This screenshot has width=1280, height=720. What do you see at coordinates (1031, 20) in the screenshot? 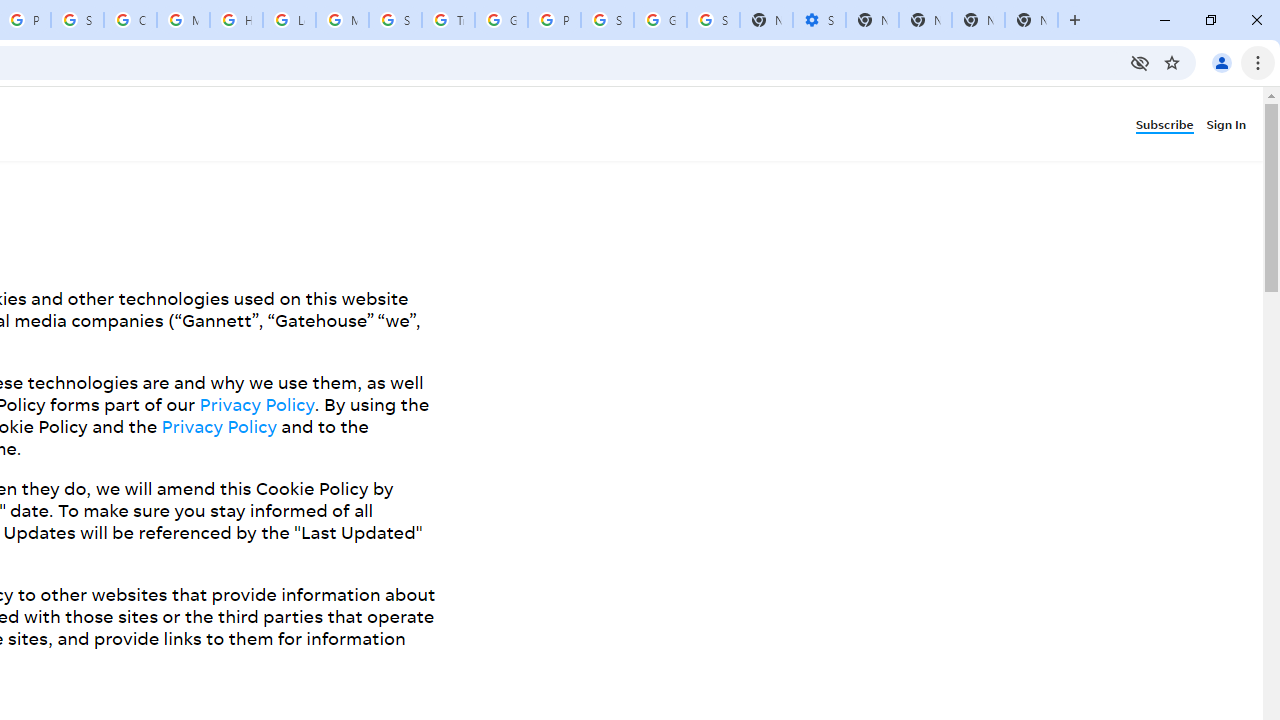
I see `'New Tab'` at bounding box center [1031, 20].